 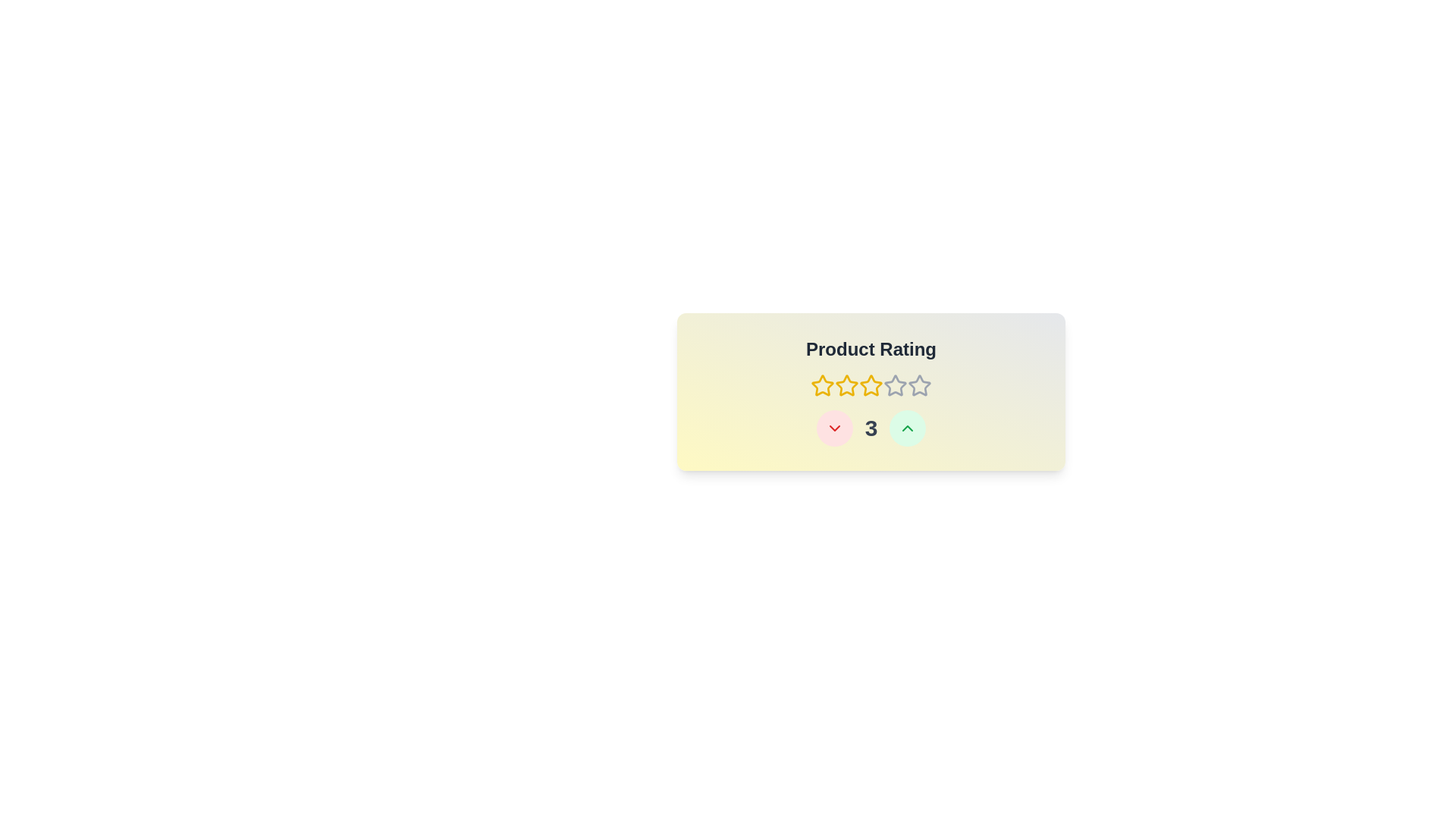 What do you see at coordinates (846, 384) in the screenshot?
I see `the second star icon in the rating component below the title 'Product Rating' to trigger the tooltip or highlighting effect` at bounding box center [846, 384].